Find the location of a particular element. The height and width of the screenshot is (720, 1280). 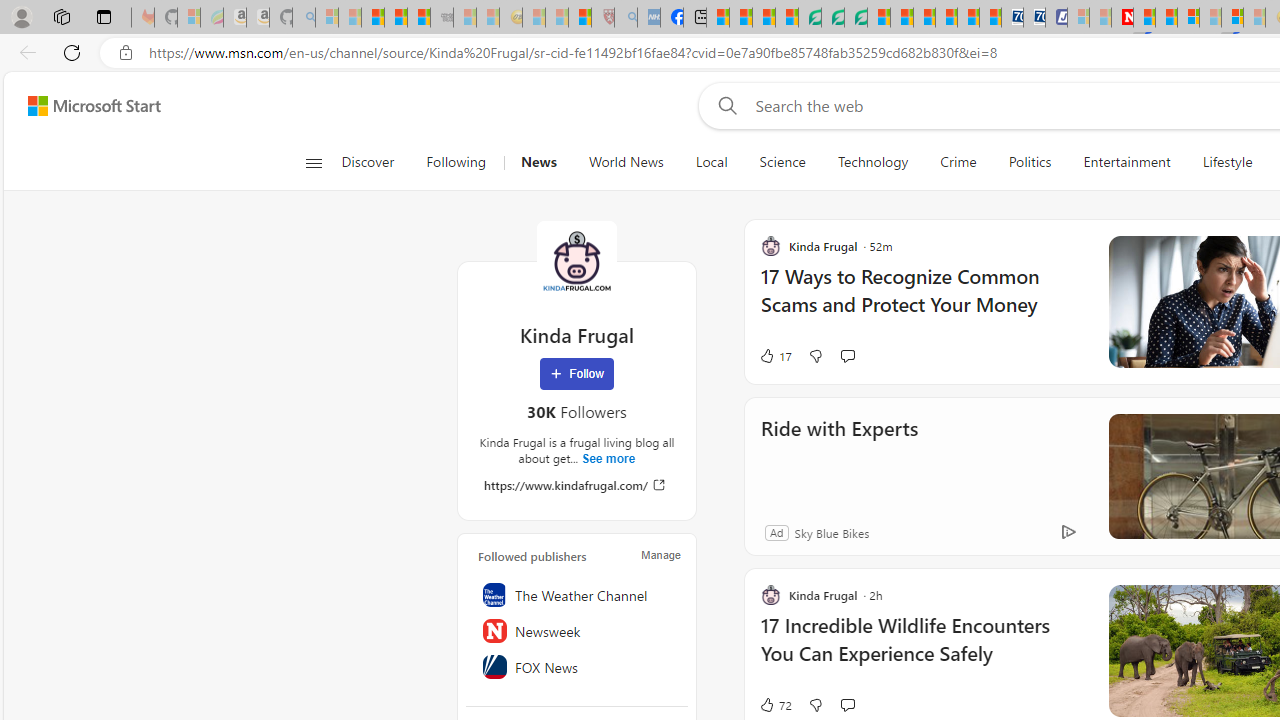

'Cheap Hotels - Save70.com' is located at coordinates (1034, 17).